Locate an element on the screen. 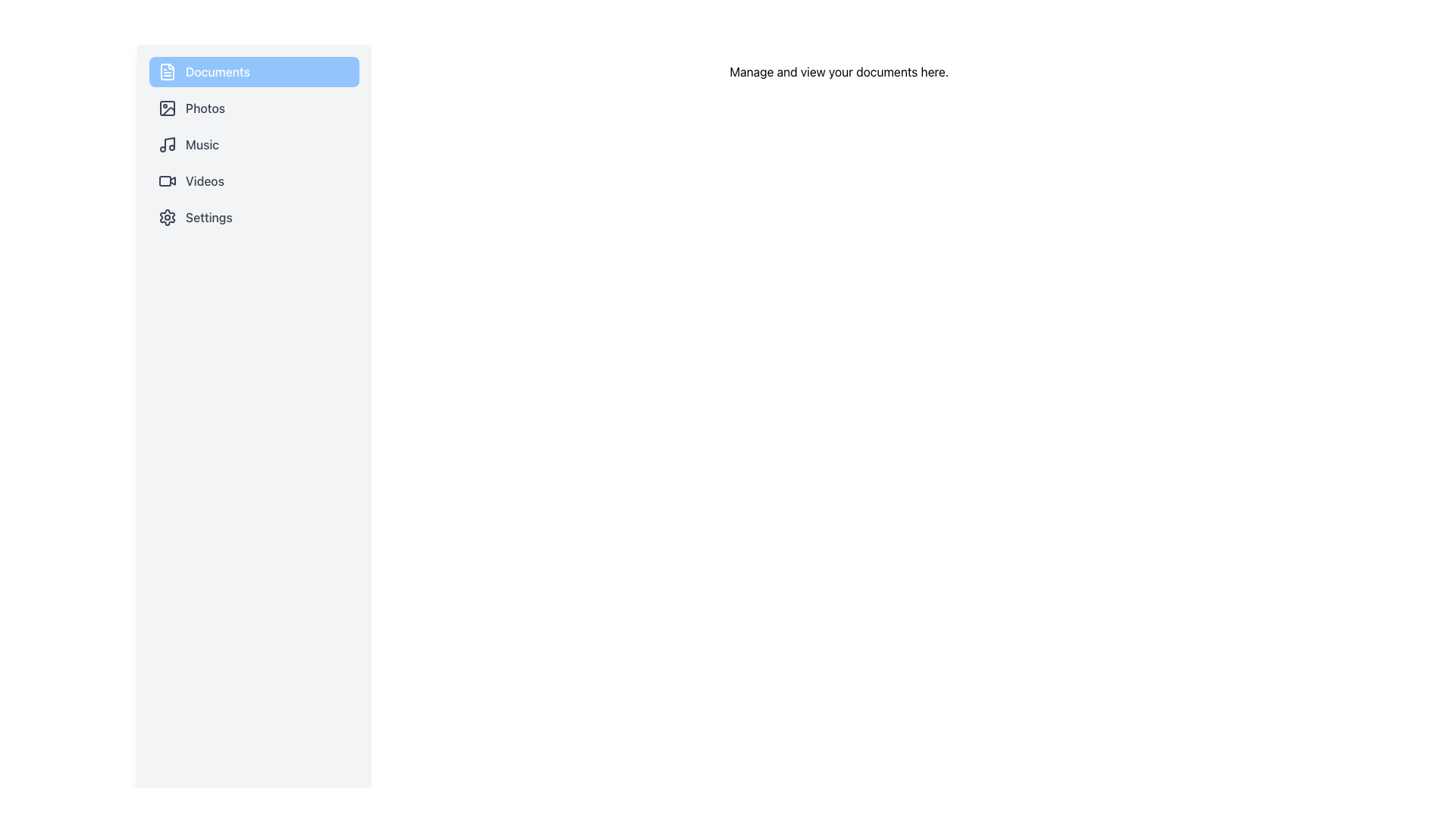  the rectangular body of the video camera within the 'Videos' icon in the menu is located at coordinates (165, 180).